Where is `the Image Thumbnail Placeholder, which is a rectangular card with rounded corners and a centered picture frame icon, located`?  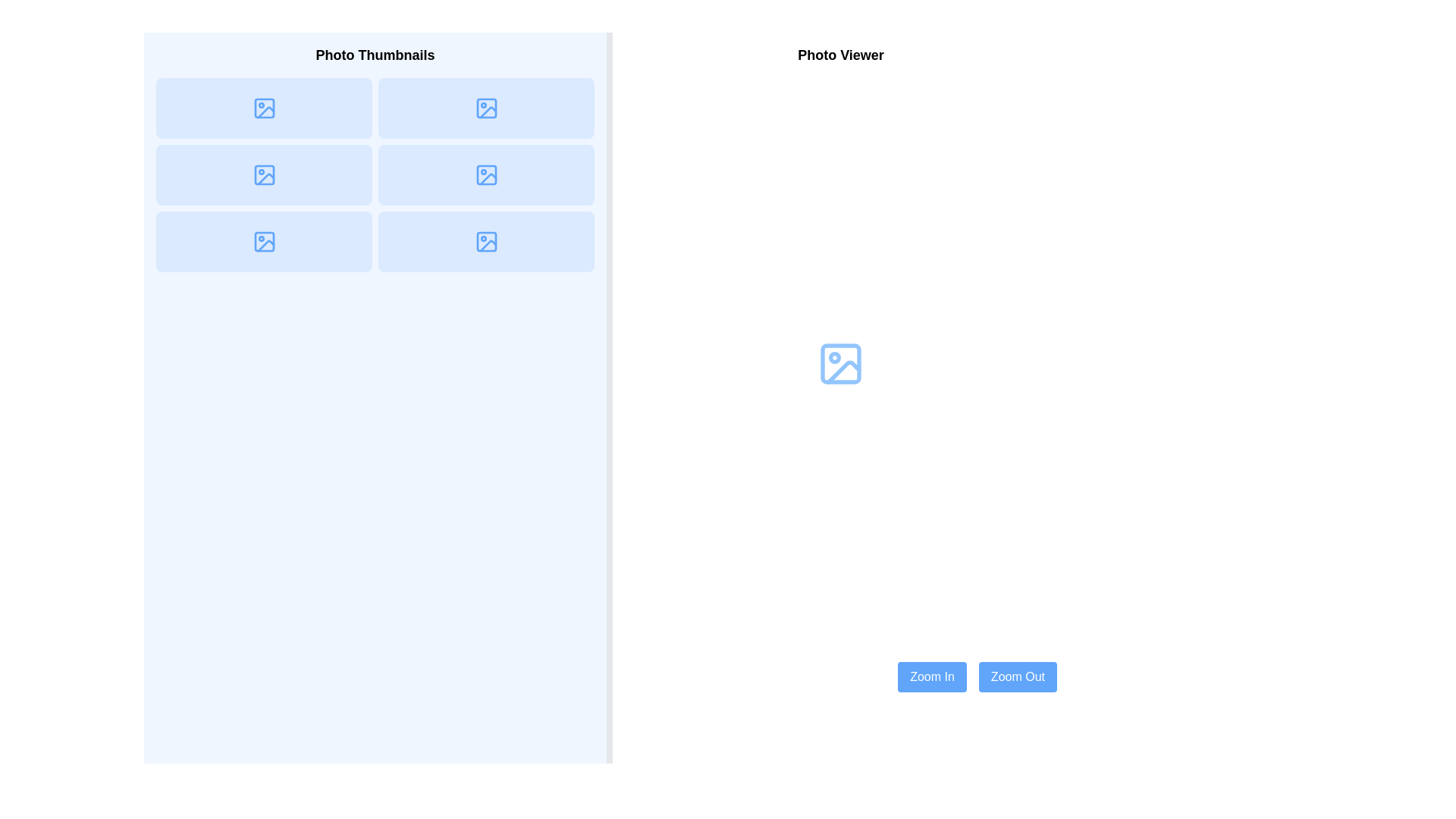 the Image Thumbnail Placeholder, which is a rectangular card with rounded corners and a centered picture frame icon, located is located at coordinates (264, 174).